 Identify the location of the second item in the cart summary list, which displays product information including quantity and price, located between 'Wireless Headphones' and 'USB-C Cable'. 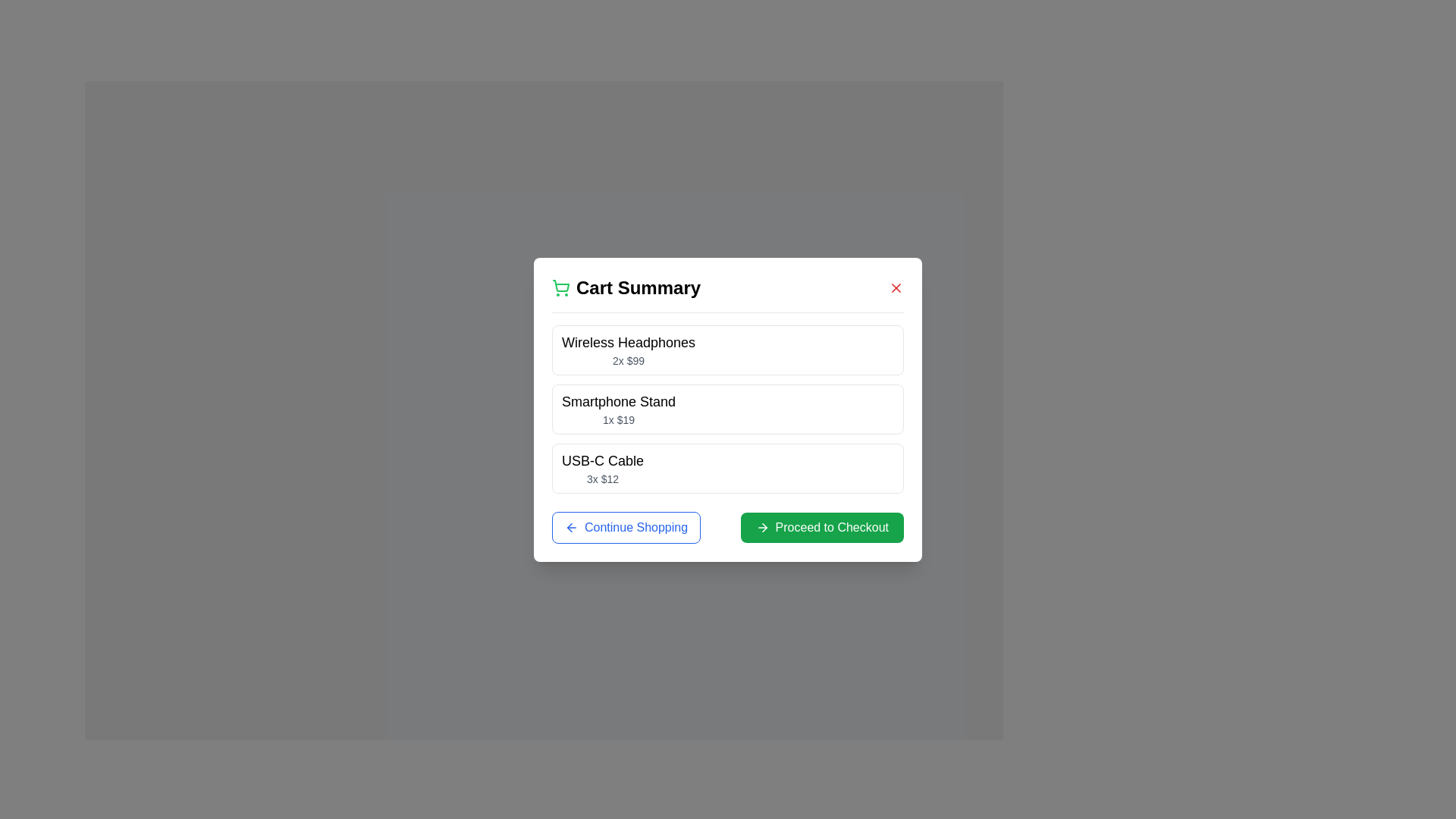
(728, 408).